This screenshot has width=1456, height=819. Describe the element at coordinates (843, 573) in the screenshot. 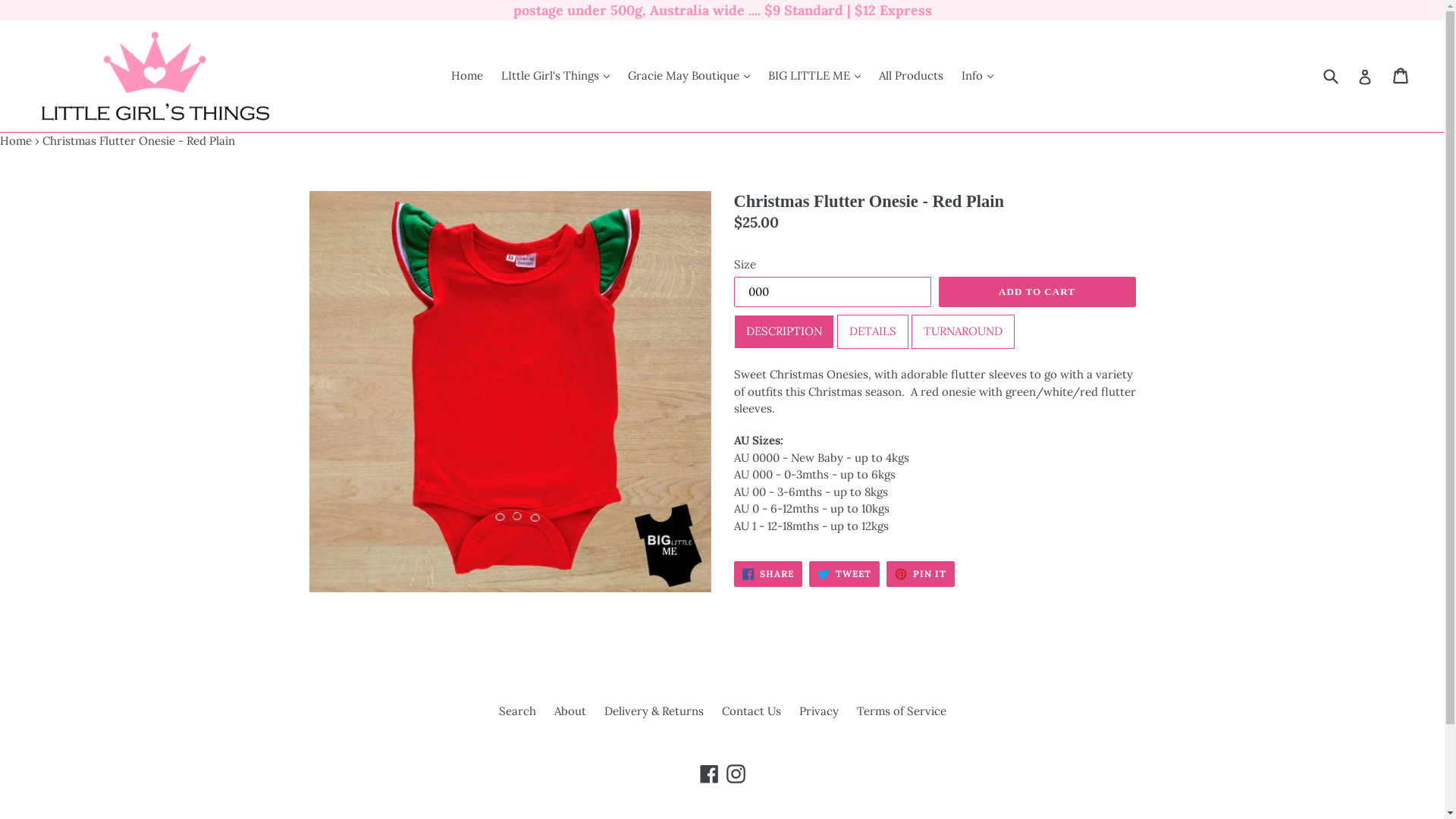

I see `'TWEET` at that location.